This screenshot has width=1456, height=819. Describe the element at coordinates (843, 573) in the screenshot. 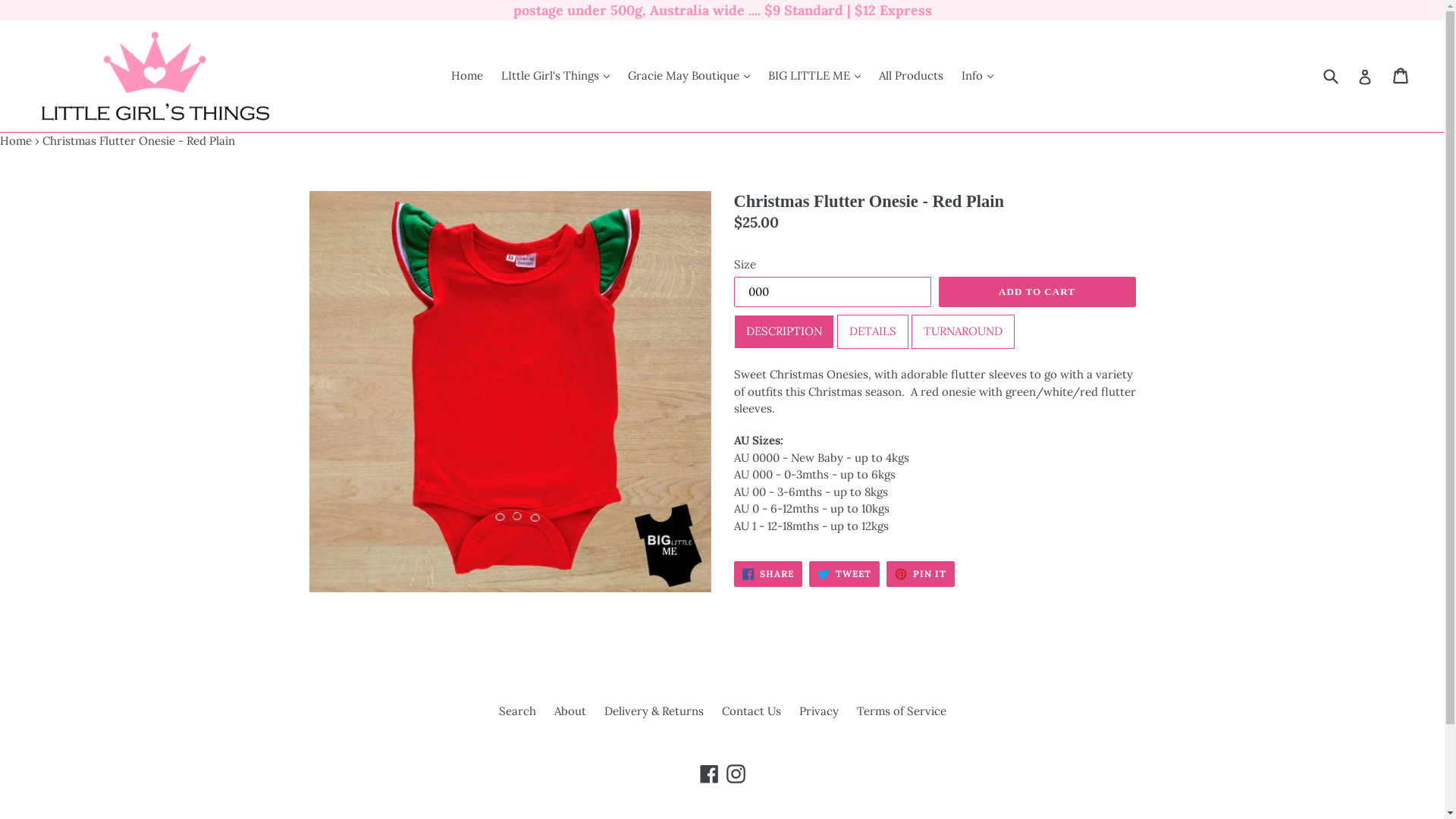

I see `'TWEET` at that location.